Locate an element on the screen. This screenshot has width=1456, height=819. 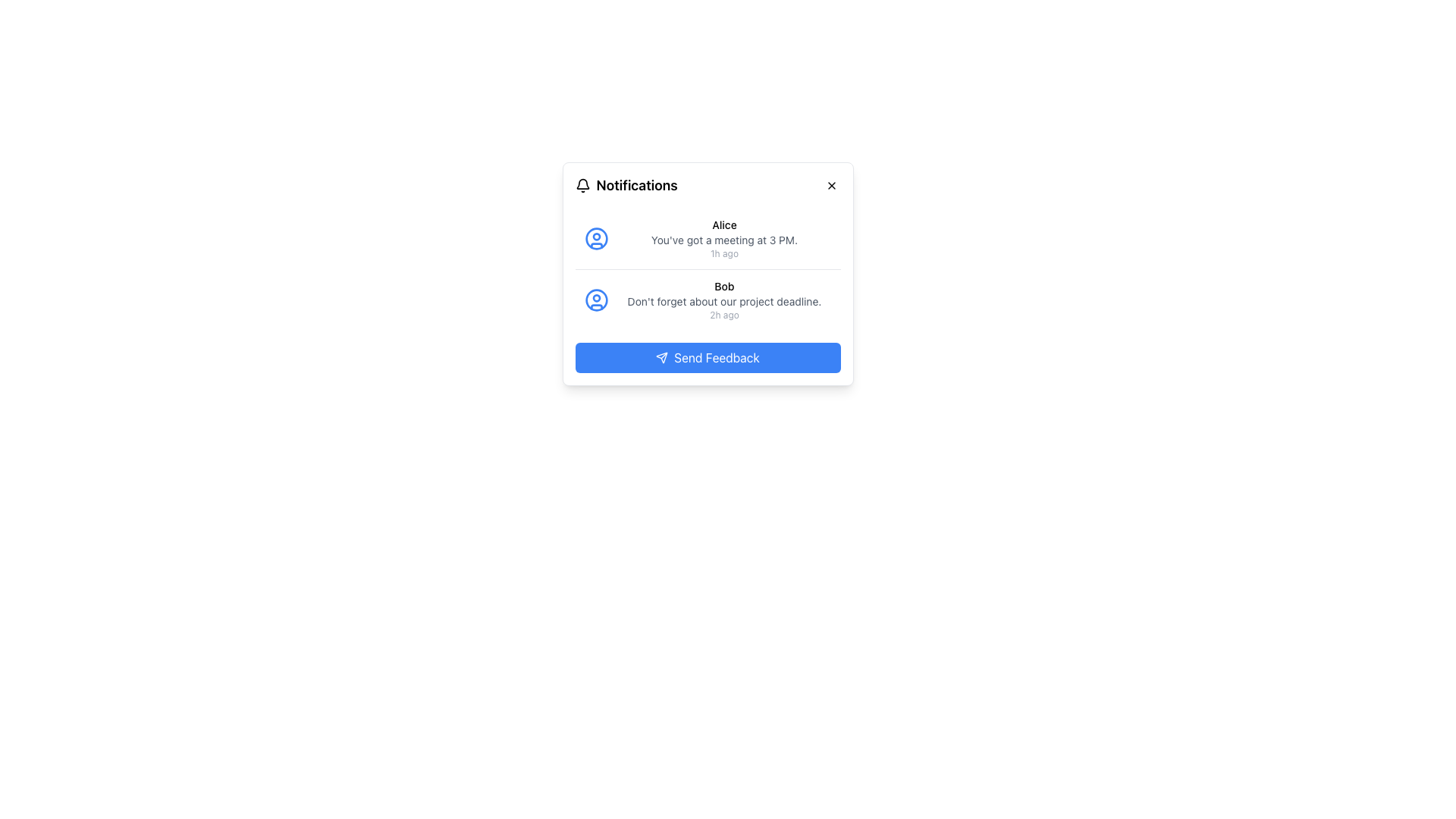
notification item informing about an event scheduled for 3 PM, which is located at the top of the notifications list under the 'Notifications' header is located at coordinates (723, 239).